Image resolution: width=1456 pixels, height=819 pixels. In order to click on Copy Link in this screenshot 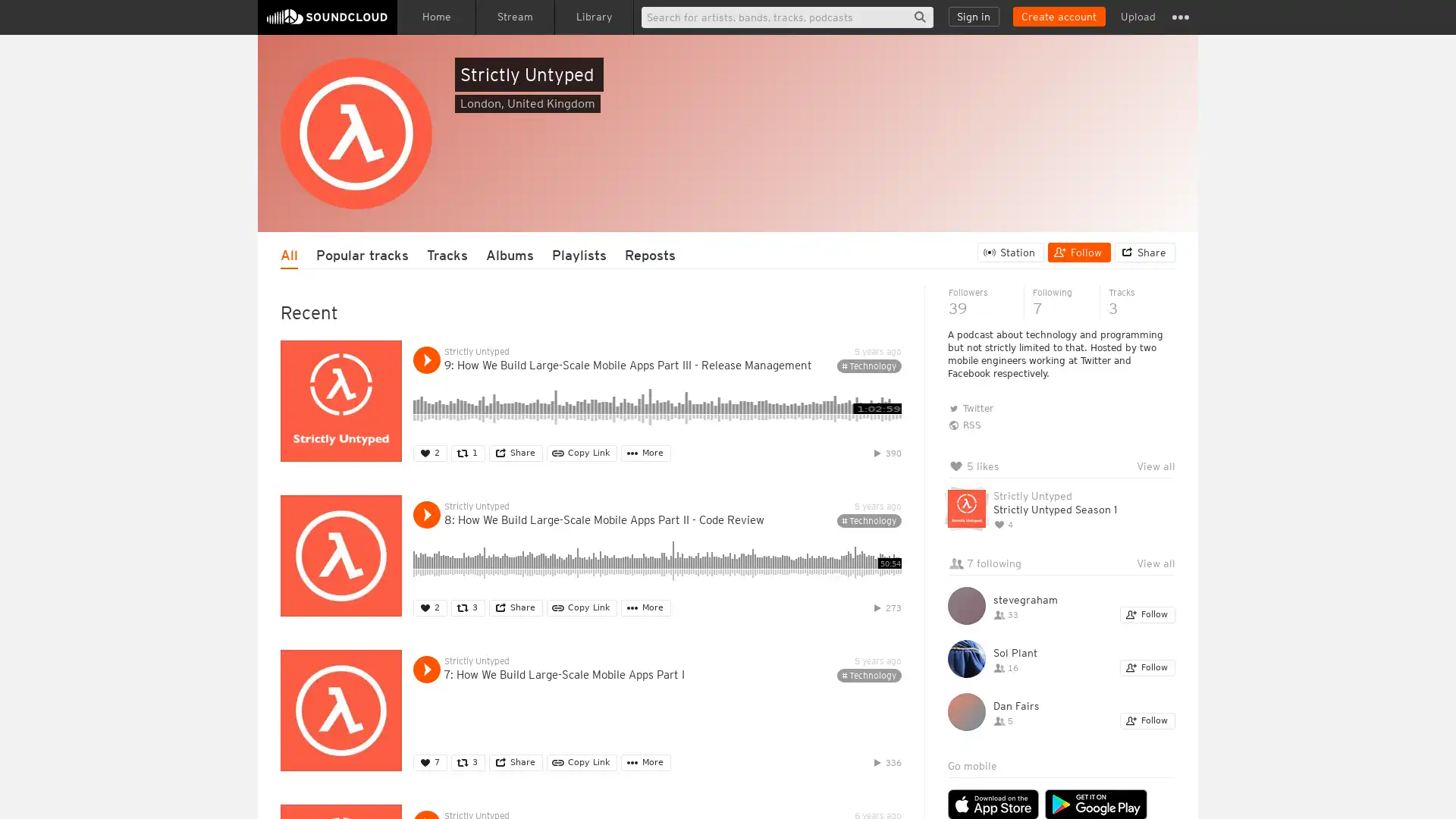, I will do `click(581, 762)`.